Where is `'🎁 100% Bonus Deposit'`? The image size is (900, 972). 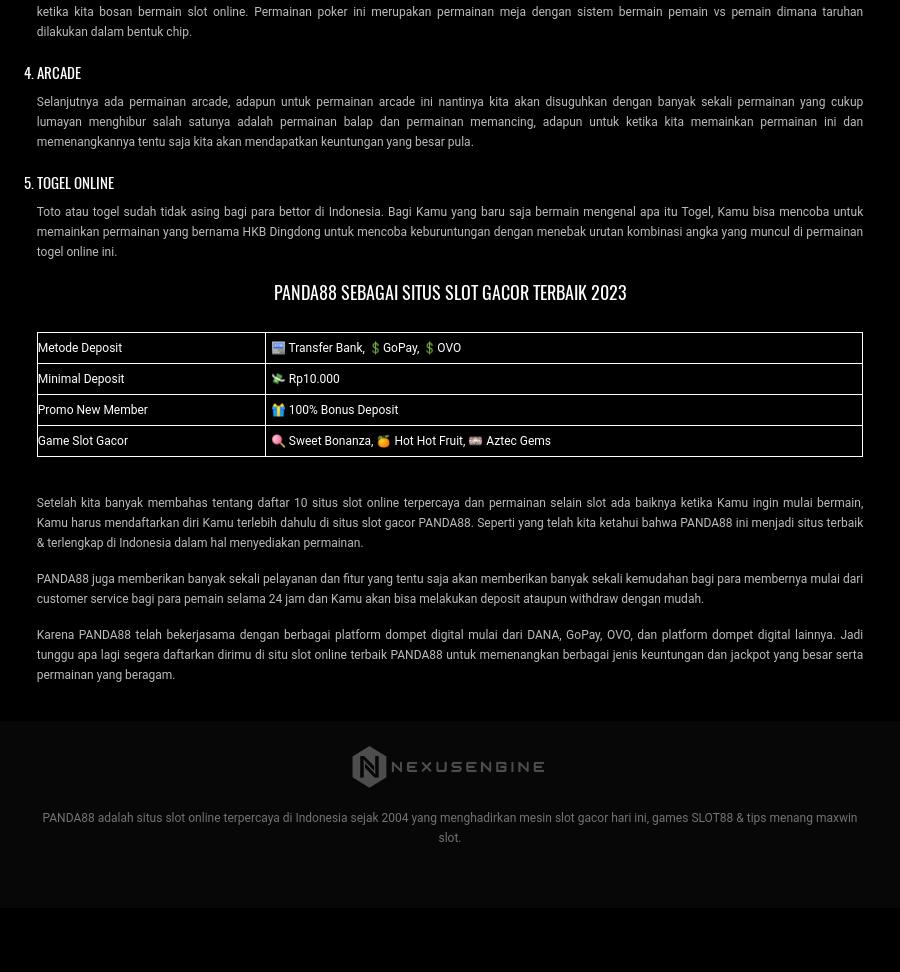 '🎁 100% Bonus Deposit' is located at coordinates (269, 409).